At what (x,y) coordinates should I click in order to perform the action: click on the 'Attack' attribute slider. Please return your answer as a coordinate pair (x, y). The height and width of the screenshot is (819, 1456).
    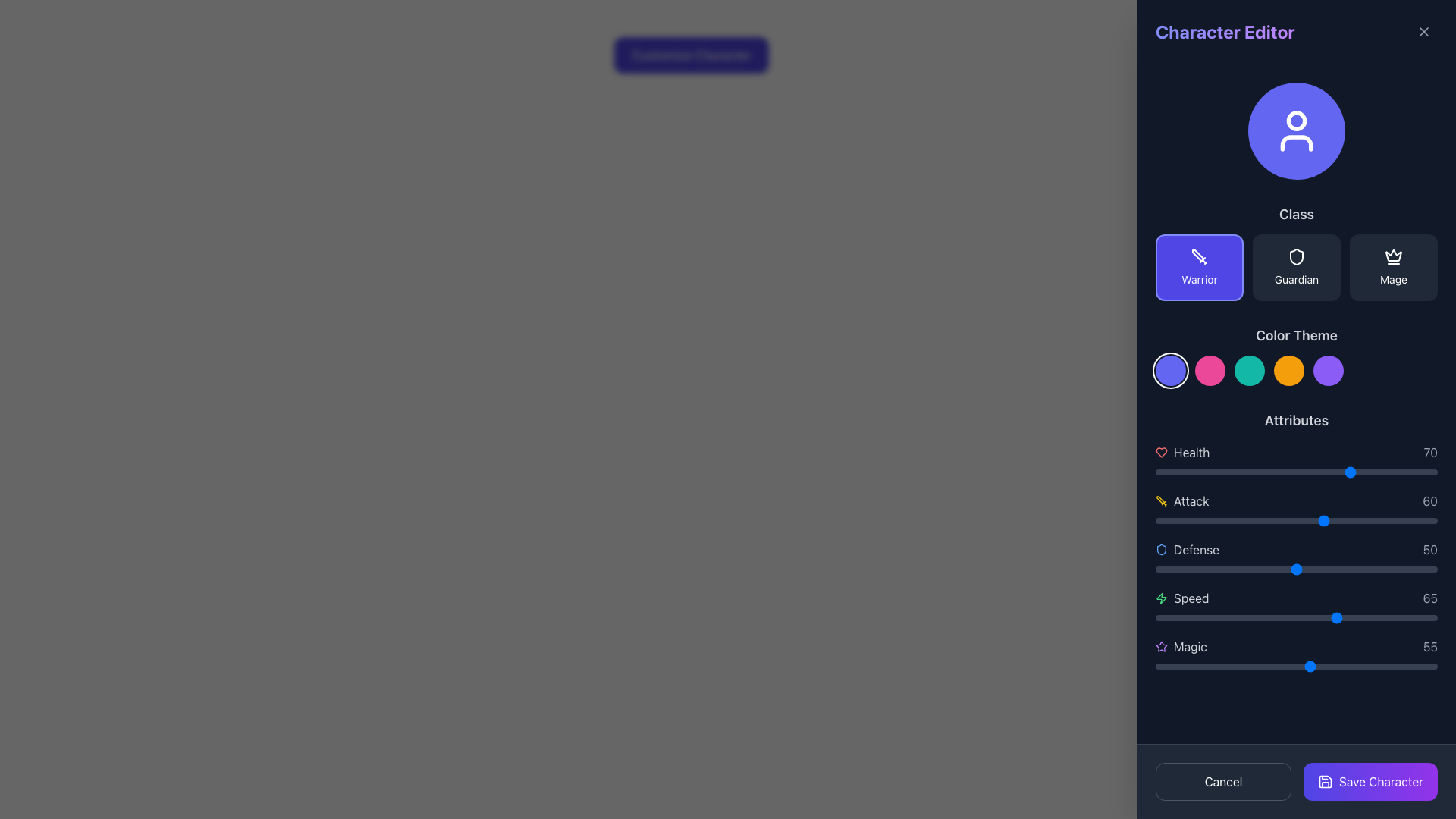
    Looking at the image, I should click on (1395, 519).